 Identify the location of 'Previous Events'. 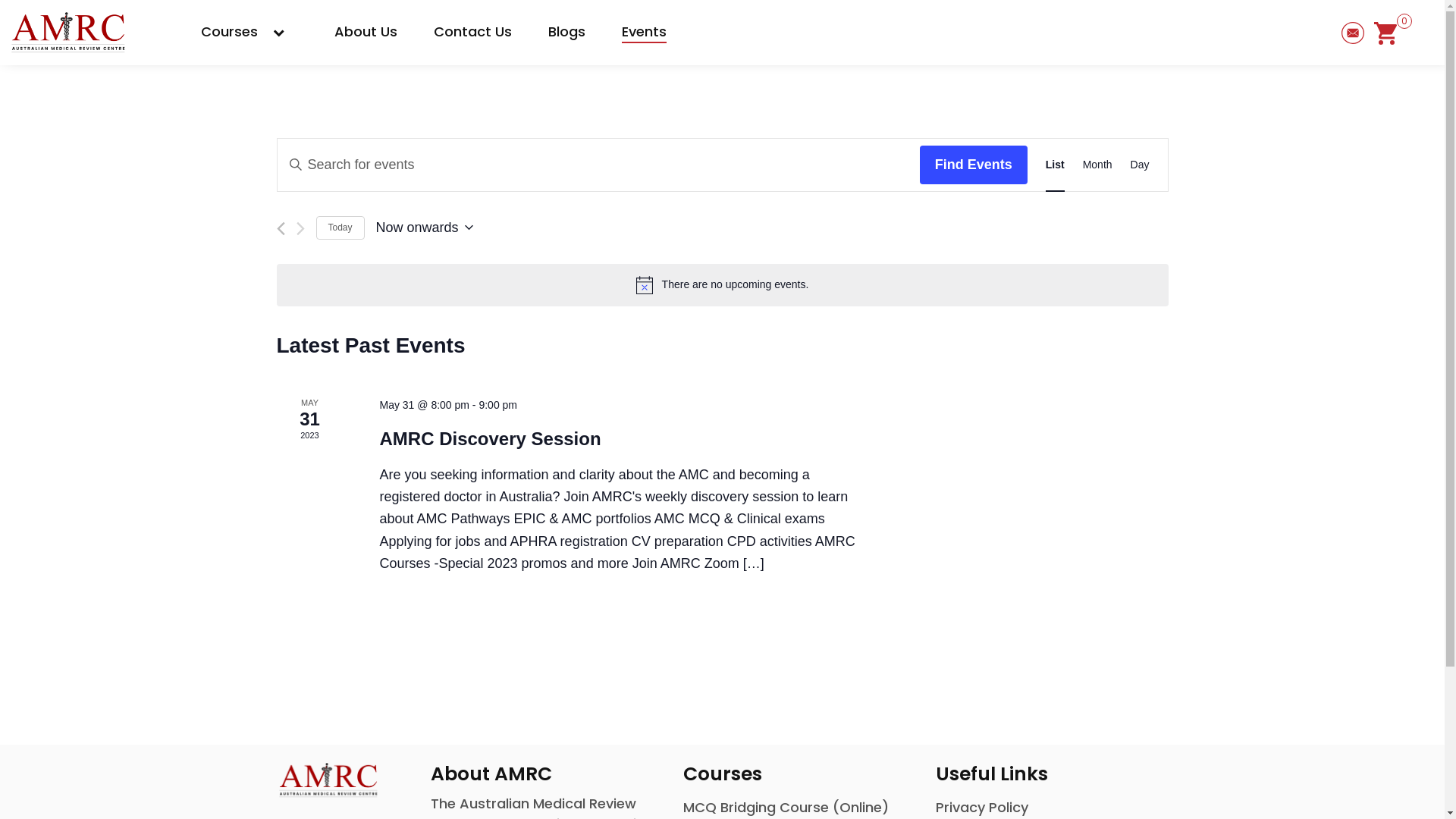
(276, 228).